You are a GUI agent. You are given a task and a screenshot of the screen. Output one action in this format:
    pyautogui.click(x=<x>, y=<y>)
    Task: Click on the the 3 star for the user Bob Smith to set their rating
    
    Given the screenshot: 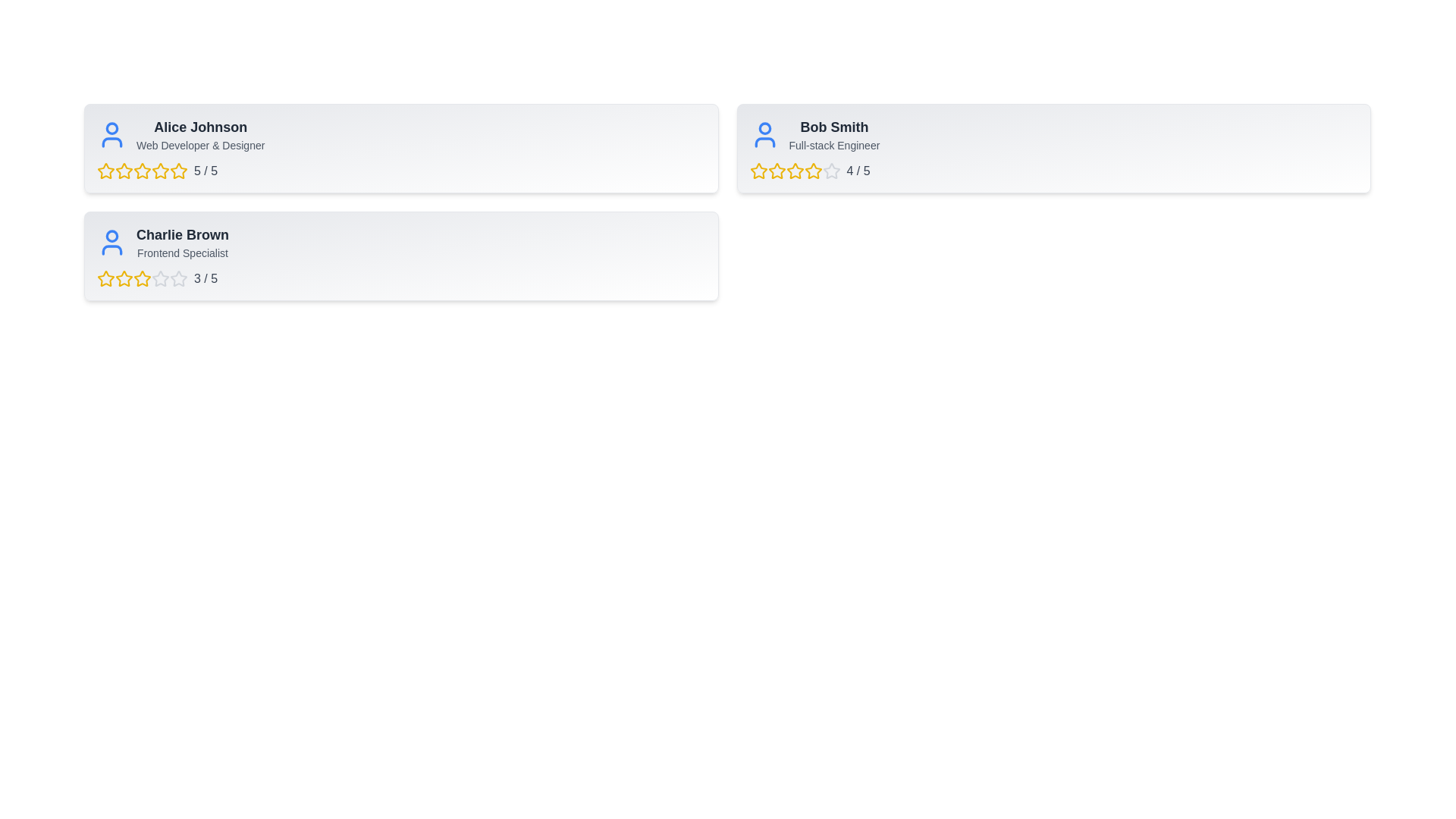 What is the action you would take?
    pyautogui.click(x=794, y=171)
    